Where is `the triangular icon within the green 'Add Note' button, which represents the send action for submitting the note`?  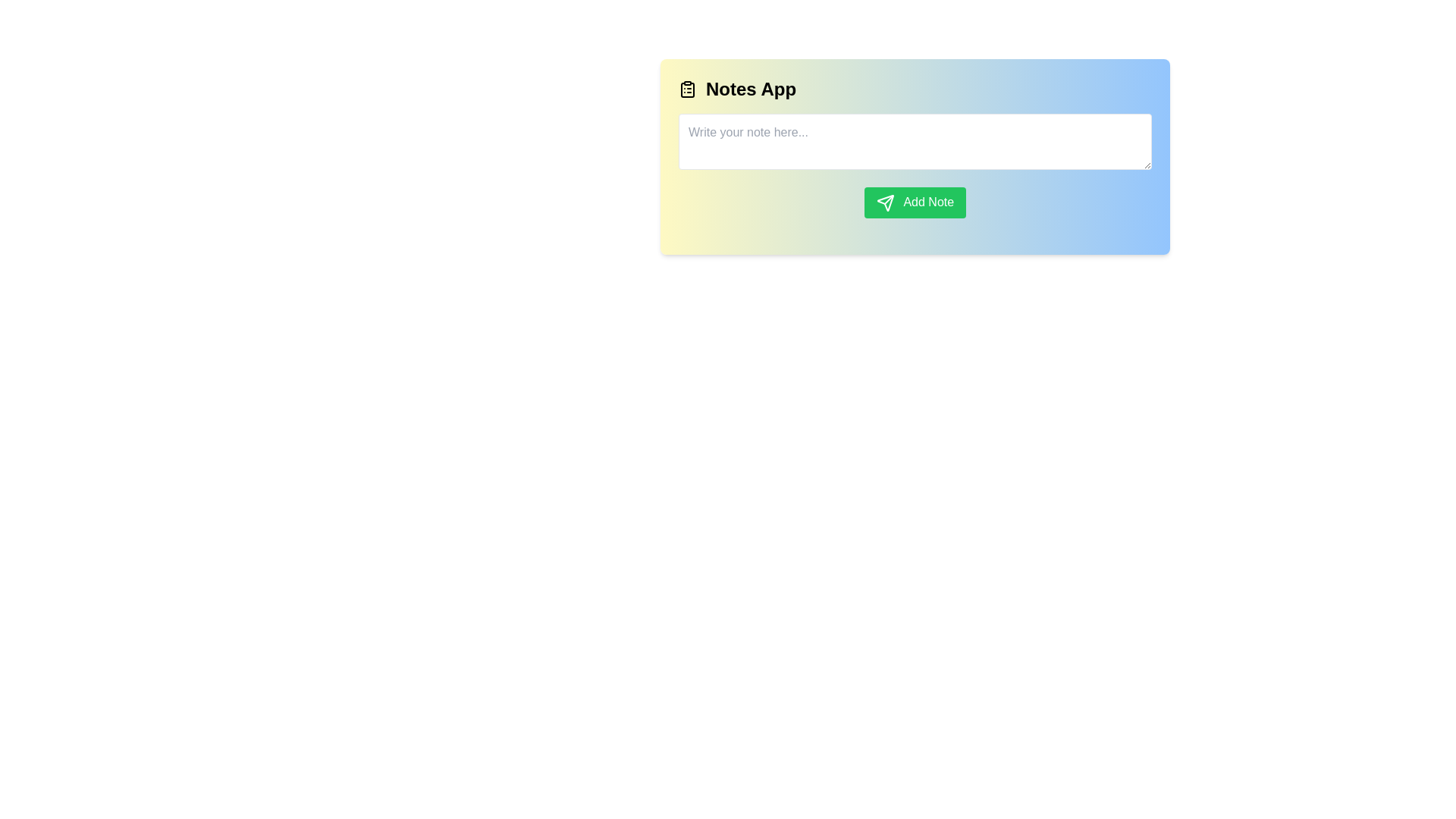
the triangular icon within the green 'Add Note' button, which represents the send action for submitting the note is located at coordinates (885, 202).